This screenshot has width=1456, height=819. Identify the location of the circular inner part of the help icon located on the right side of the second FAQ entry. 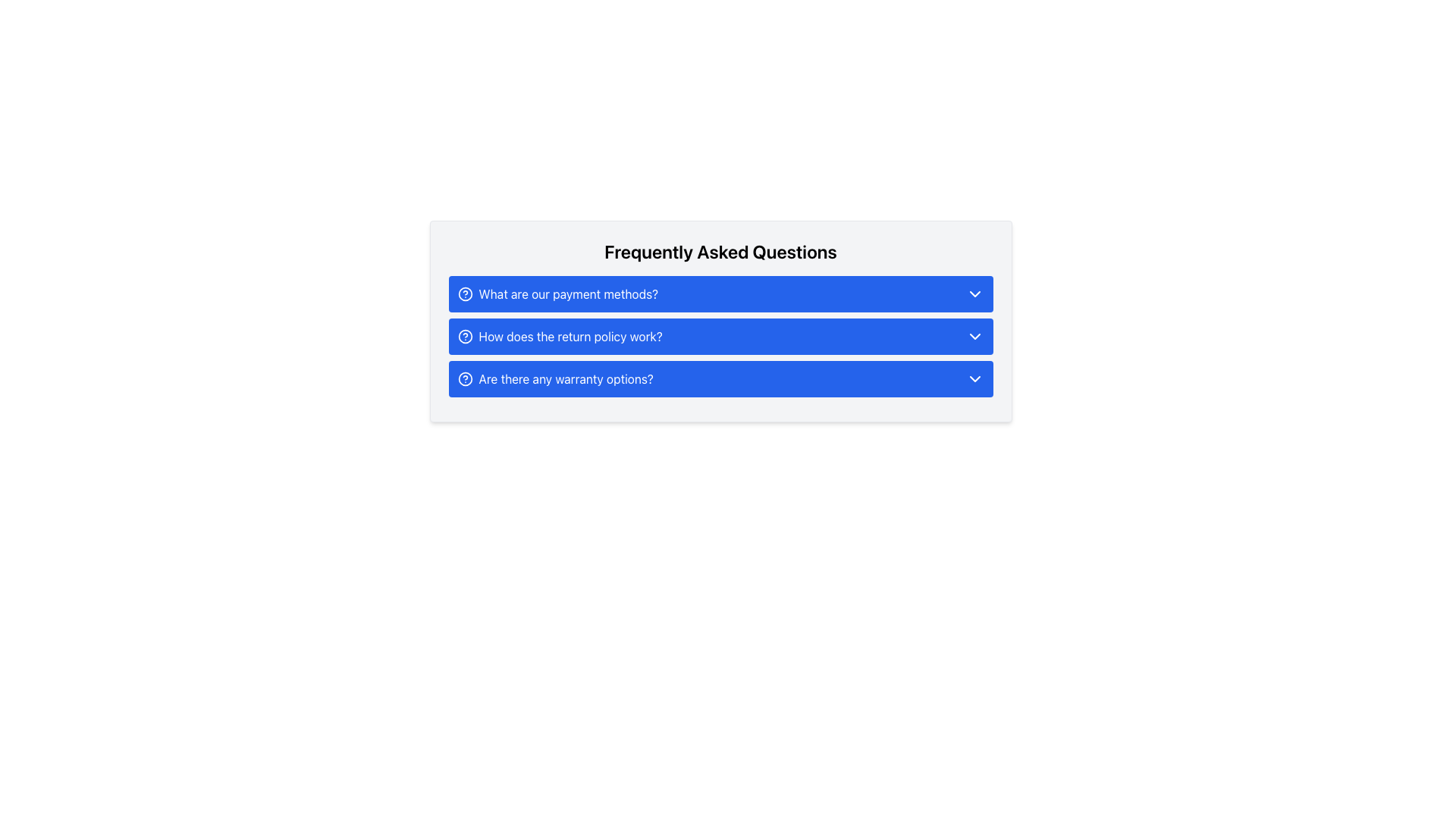
(464, 335).